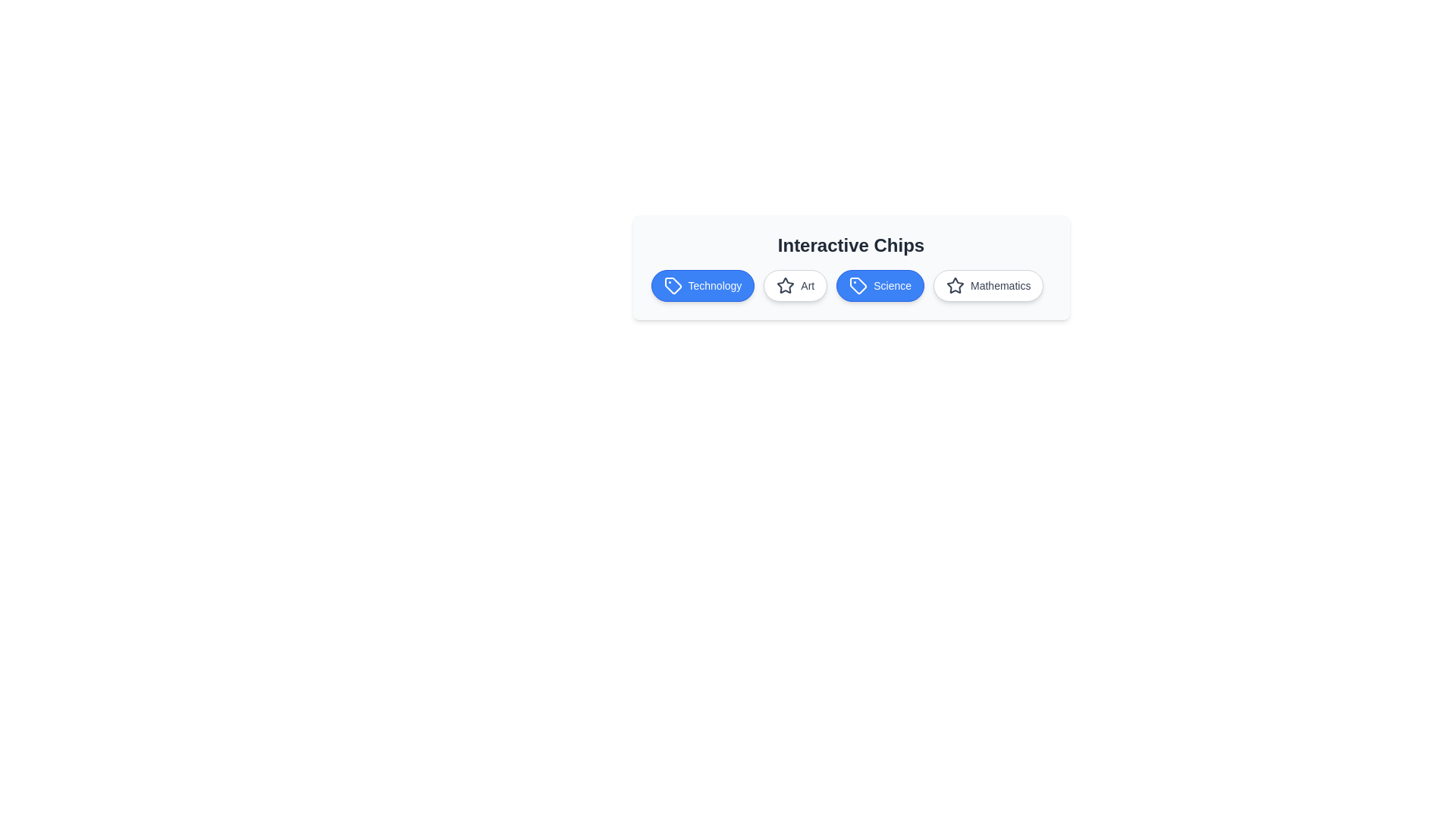 The width and height of the screenshot is (1456, 819). What do you see at coordinates (795, 286) in the screenshot?
I see `the 'Art' chip to toggle its activation state` at bounding box center [795, 286].